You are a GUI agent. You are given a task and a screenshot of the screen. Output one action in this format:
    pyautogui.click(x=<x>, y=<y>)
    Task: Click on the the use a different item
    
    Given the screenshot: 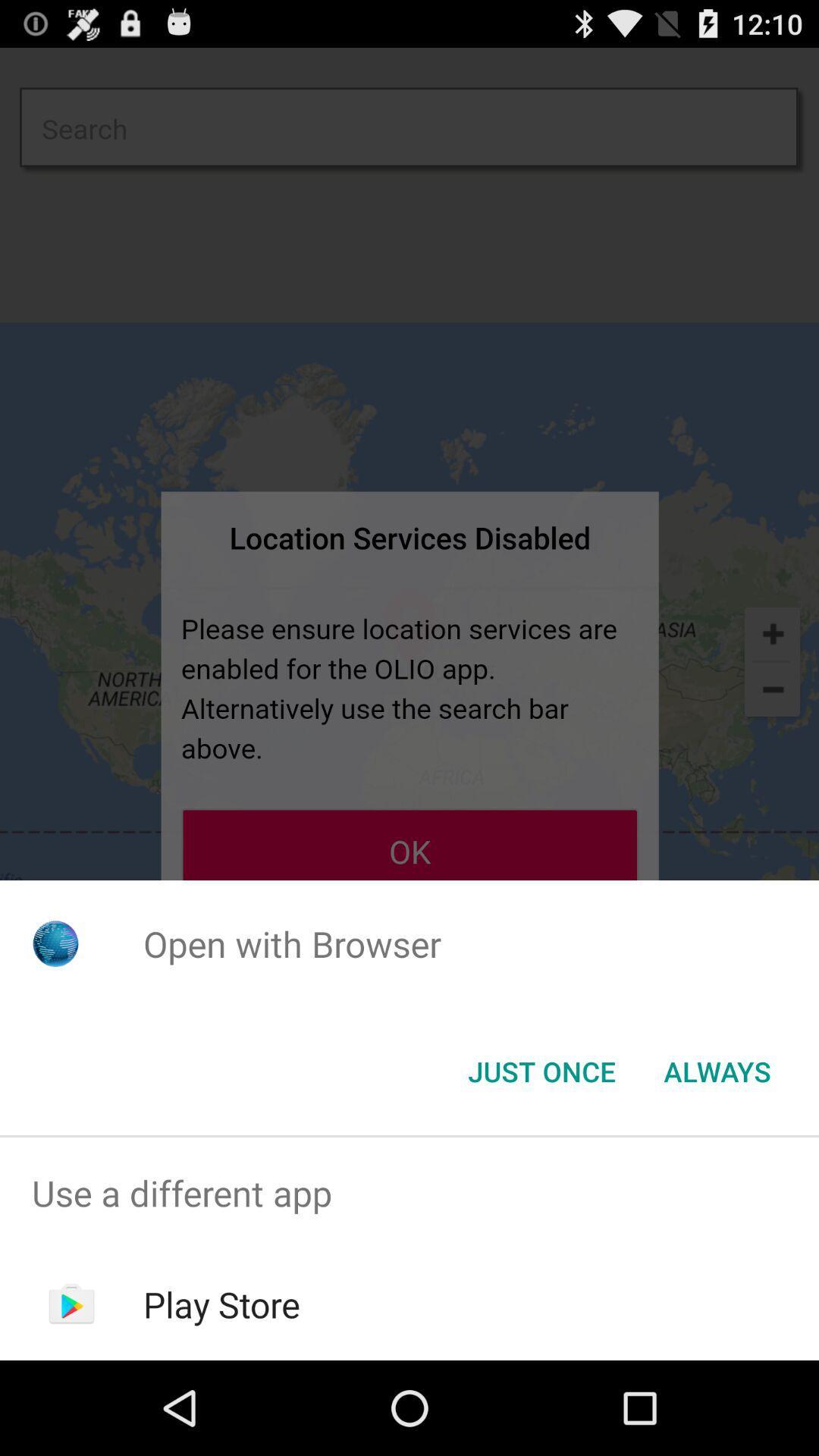 What is the action you would take?
    pyautogui.click(x=409, y=1192)
    